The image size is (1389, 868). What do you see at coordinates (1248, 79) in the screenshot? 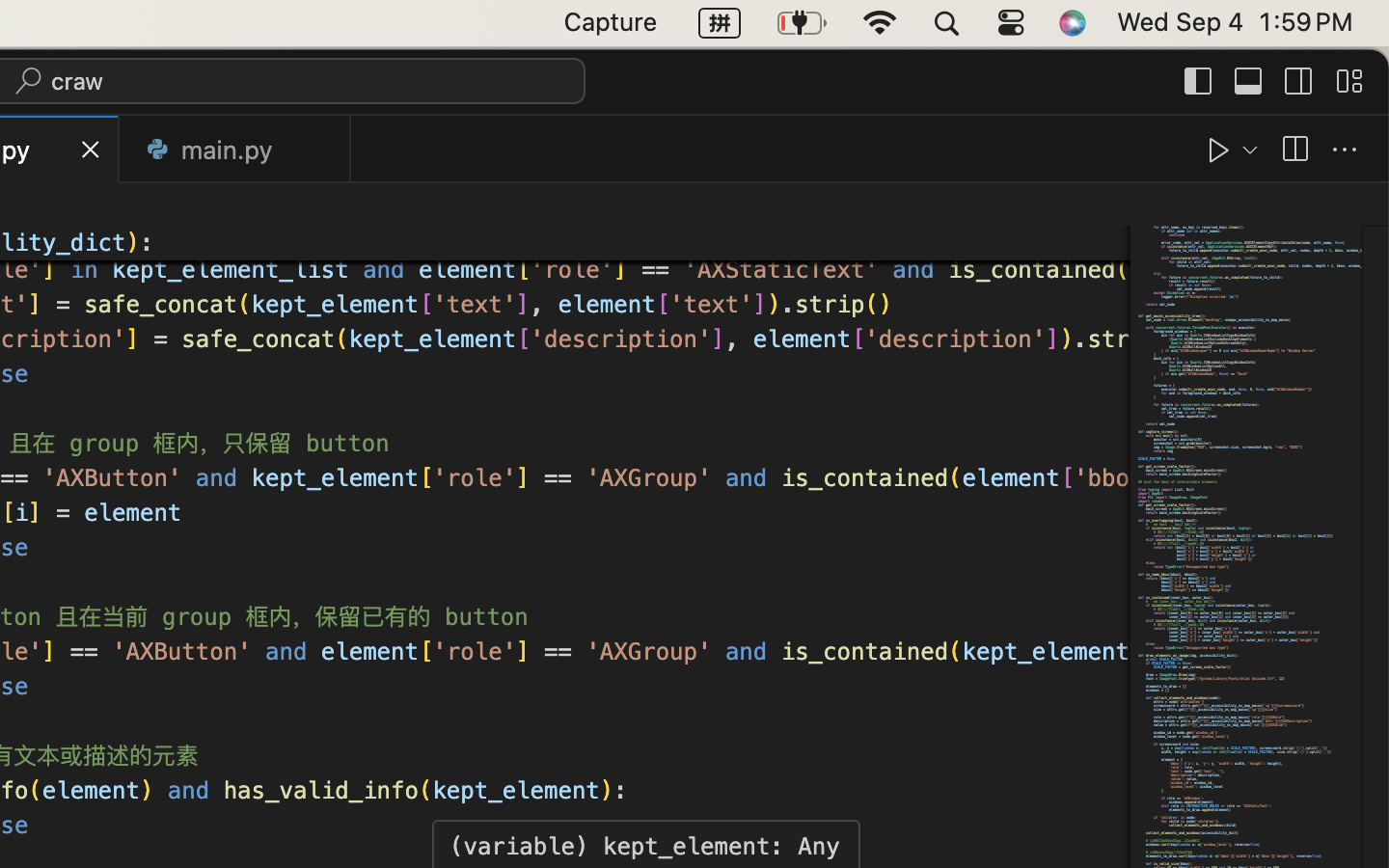
I see `''` at bounding box center [1248, 79].